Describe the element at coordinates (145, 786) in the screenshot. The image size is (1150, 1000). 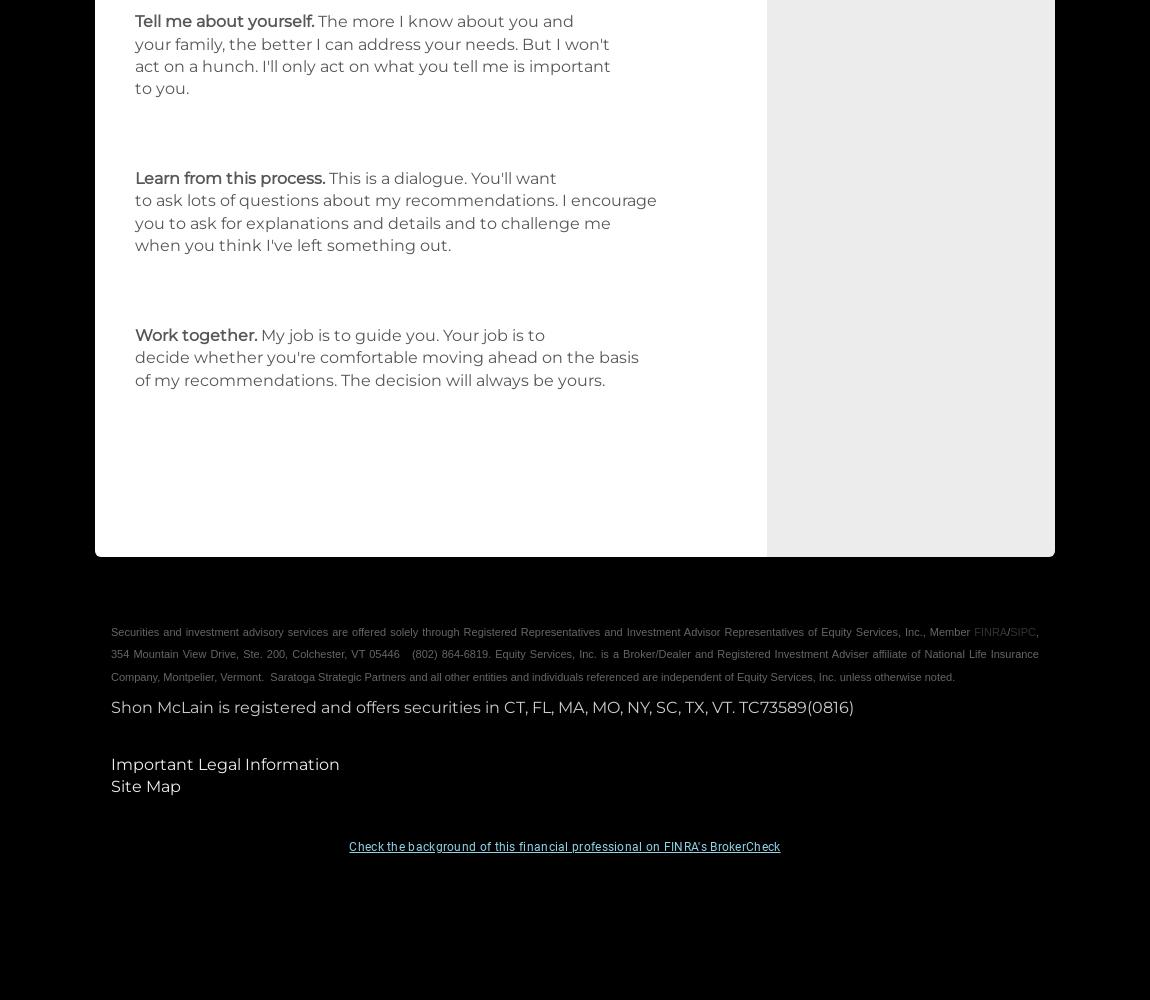
I see `'Site Map'` at that location.